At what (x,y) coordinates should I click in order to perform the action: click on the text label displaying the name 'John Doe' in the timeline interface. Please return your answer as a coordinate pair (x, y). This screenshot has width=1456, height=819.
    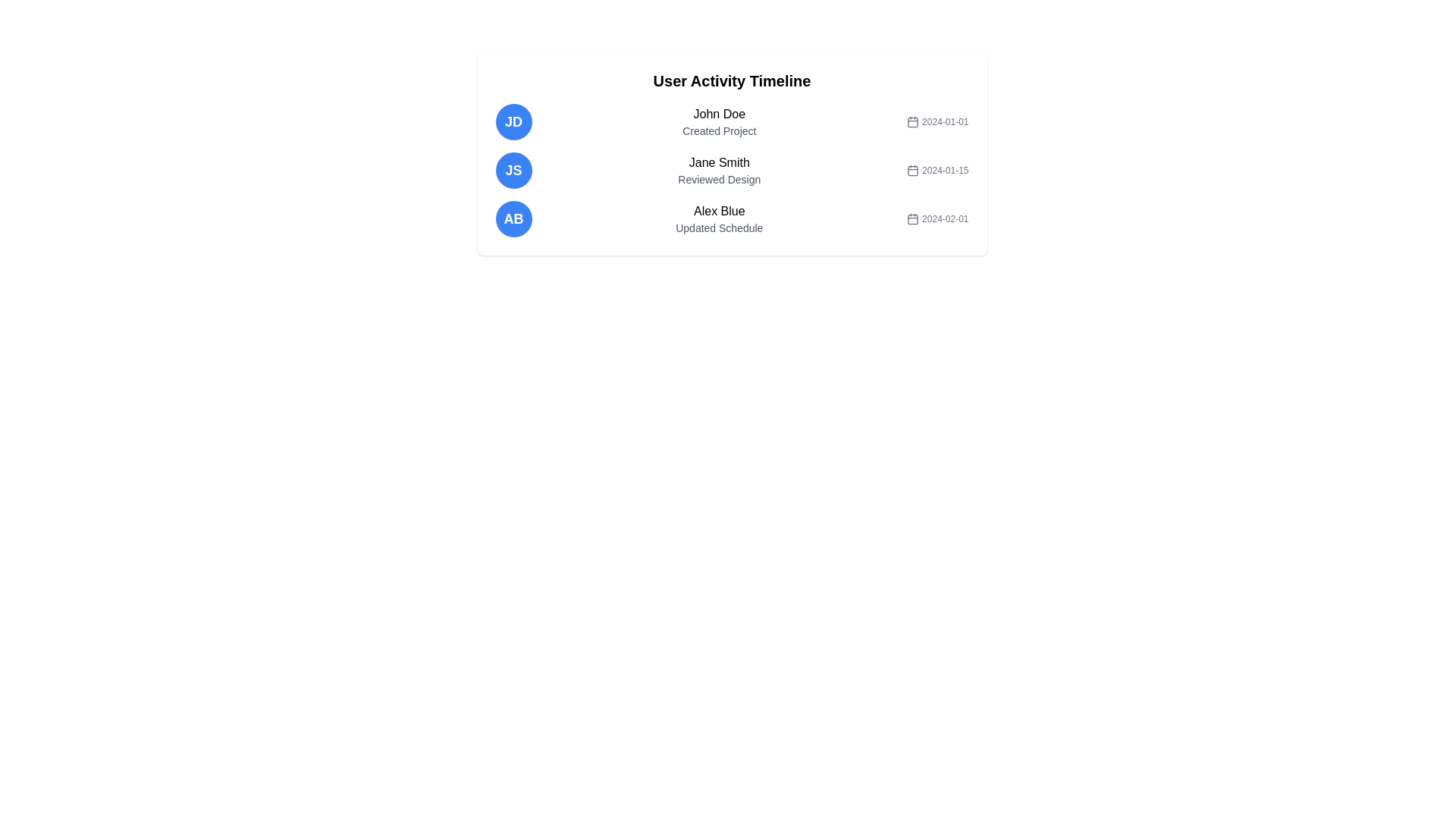
    Looking at the image, I should click on (718, 113).